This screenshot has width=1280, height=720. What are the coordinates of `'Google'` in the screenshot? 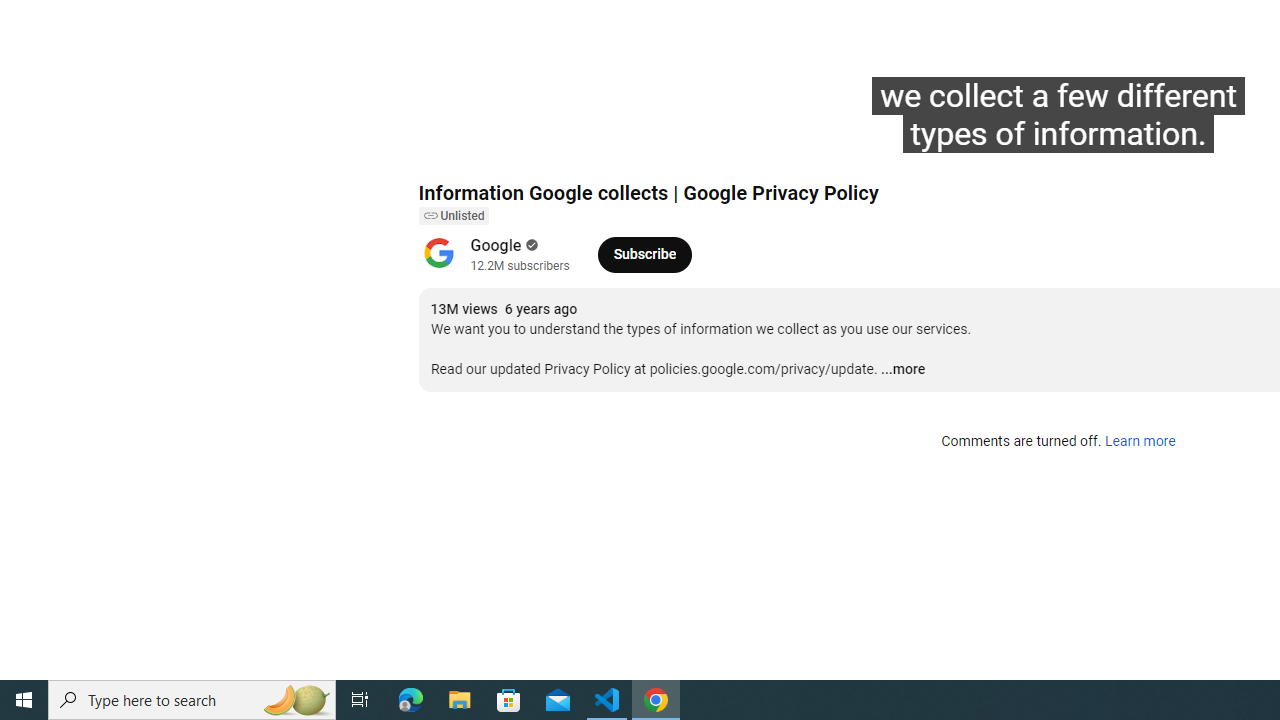 It's located at (496, 244).